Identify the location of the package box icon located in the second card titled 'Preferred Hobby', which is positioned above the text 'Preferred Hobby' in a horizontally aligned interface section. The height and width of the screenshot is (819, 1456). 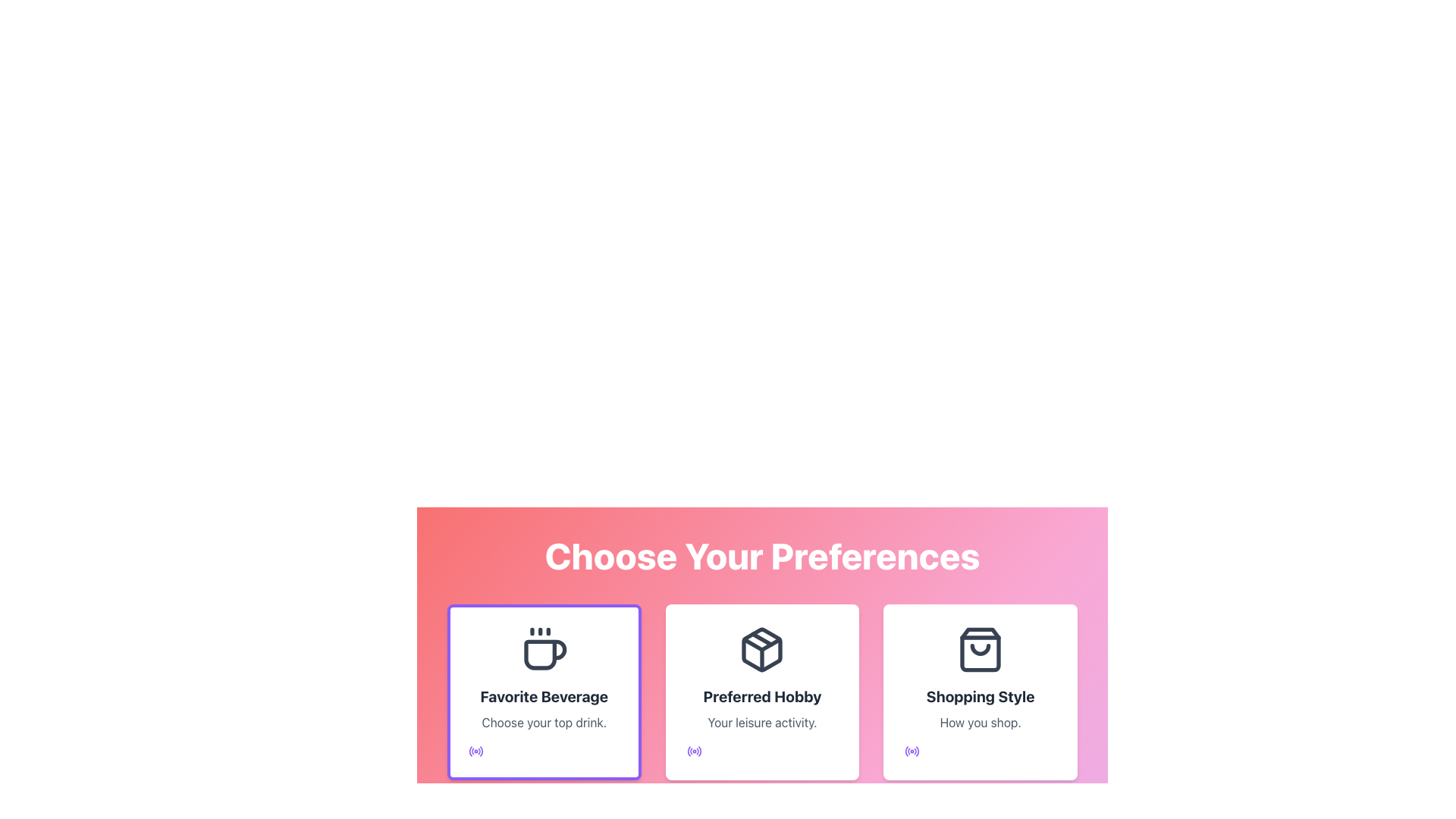
(762, 648).